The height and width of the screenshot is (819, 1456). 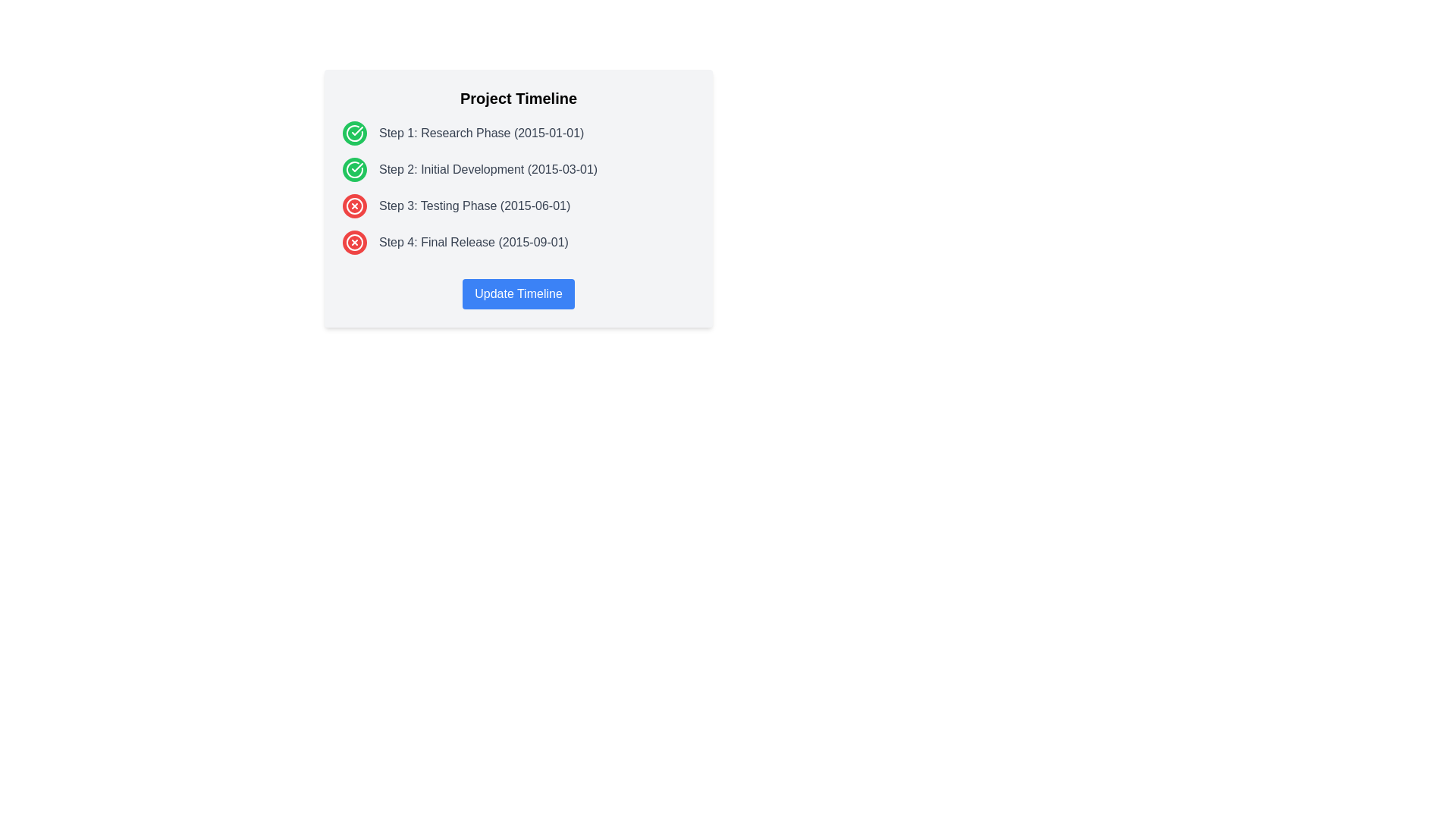 What do you see at coordinates (353, 169) in the screenshot?
I see `the second icon in the vertical sequence that indicates the successful completion of the second phase in the timeline, located to the left of the text 'Step 2: Initial Development (2015-03-01).'` at bounding box center [353, 169].